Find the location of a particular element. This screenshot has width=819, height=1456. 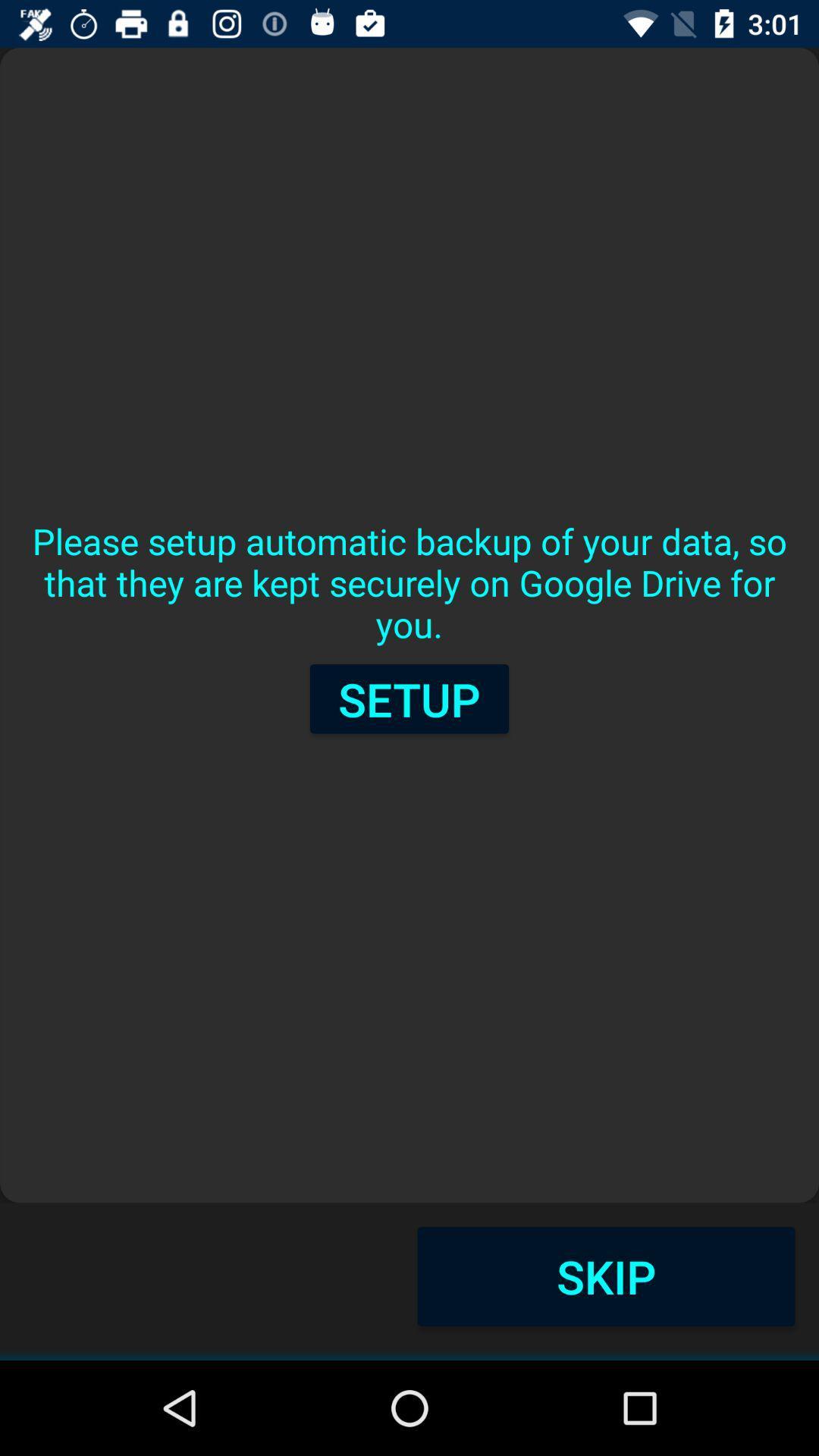

item at the bottom right corner is located at coordinates (605, 1276).